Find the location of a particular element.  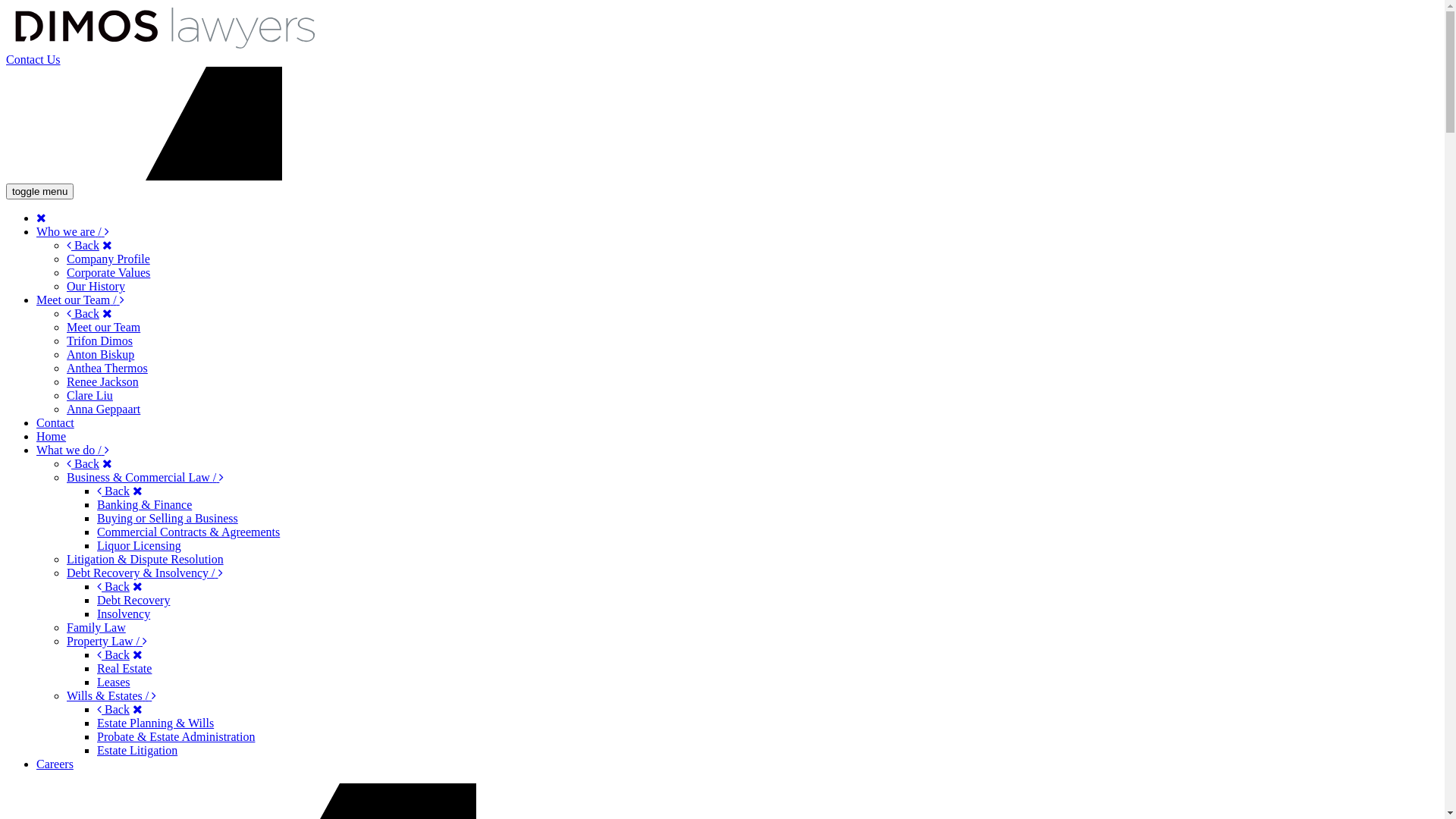

'toggle menu' is located at coordinates (39, 190).